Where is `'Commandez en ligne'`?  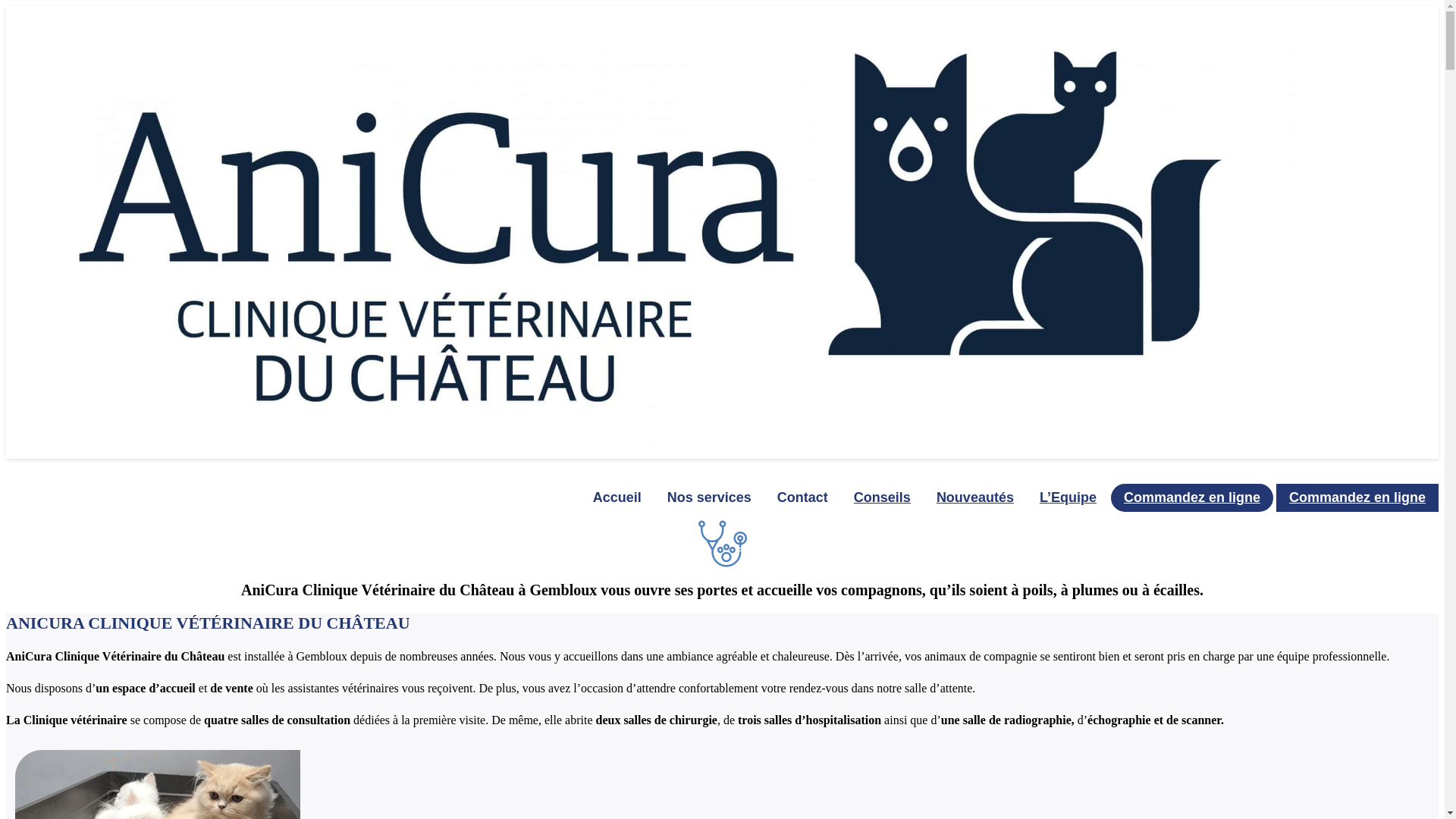 'Commandez en ligne' is located at coordinates (1357, 497).